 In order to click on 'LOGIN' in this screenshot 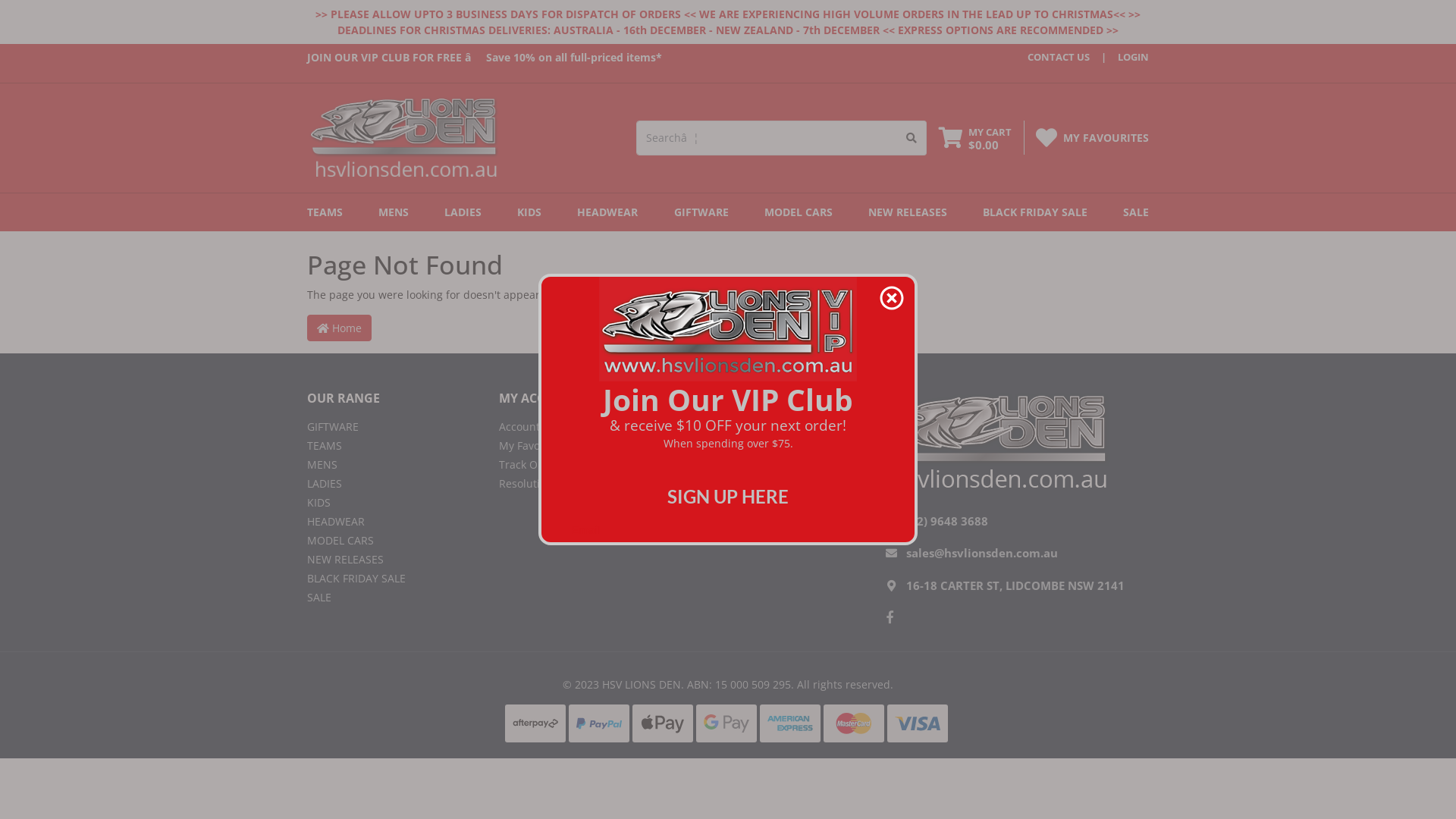, I will do `click(1119, 57)`.